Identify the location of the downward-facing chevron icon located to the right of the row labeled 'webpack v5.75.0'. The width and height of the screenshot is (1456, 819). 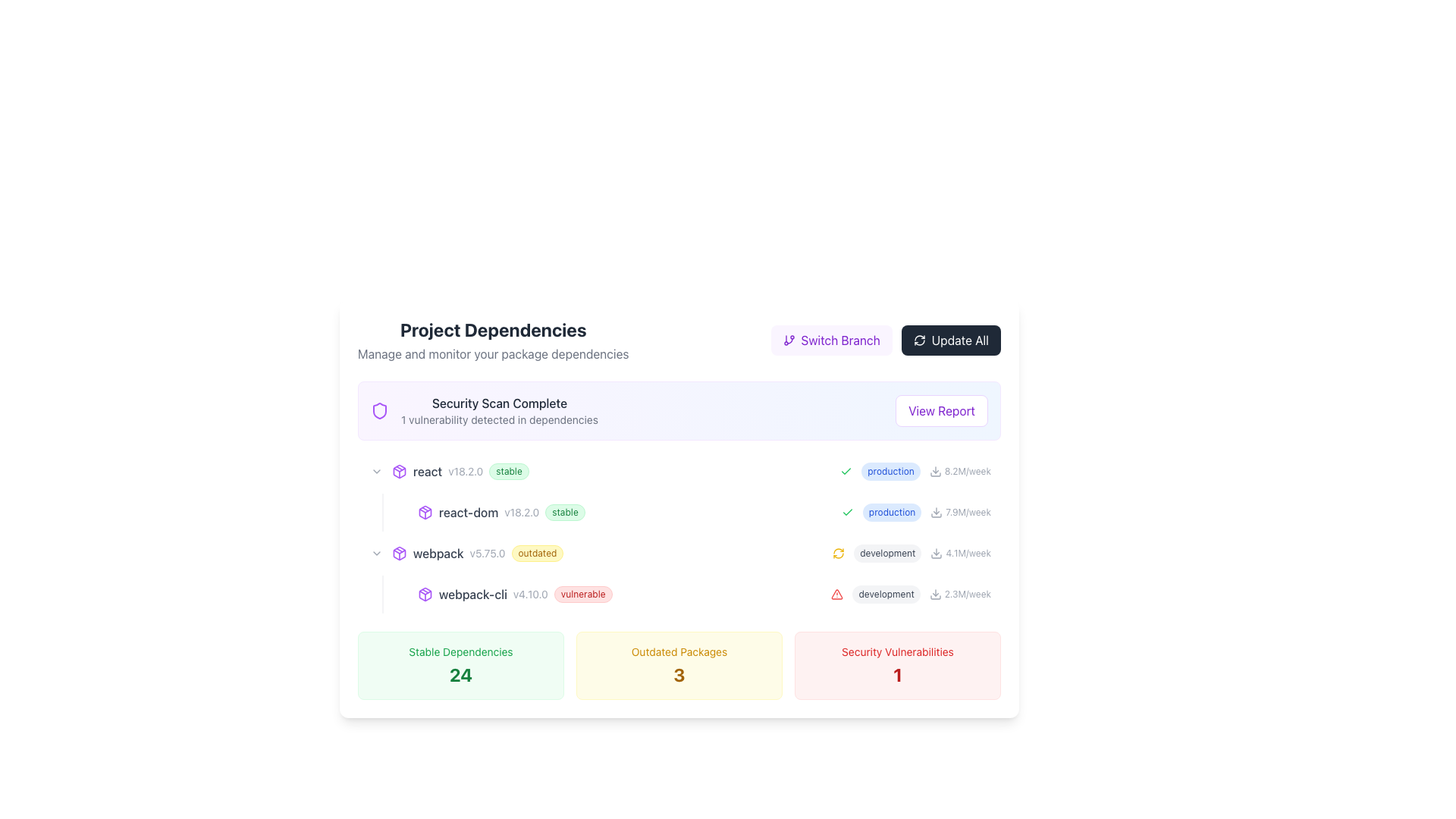
(377, 470).